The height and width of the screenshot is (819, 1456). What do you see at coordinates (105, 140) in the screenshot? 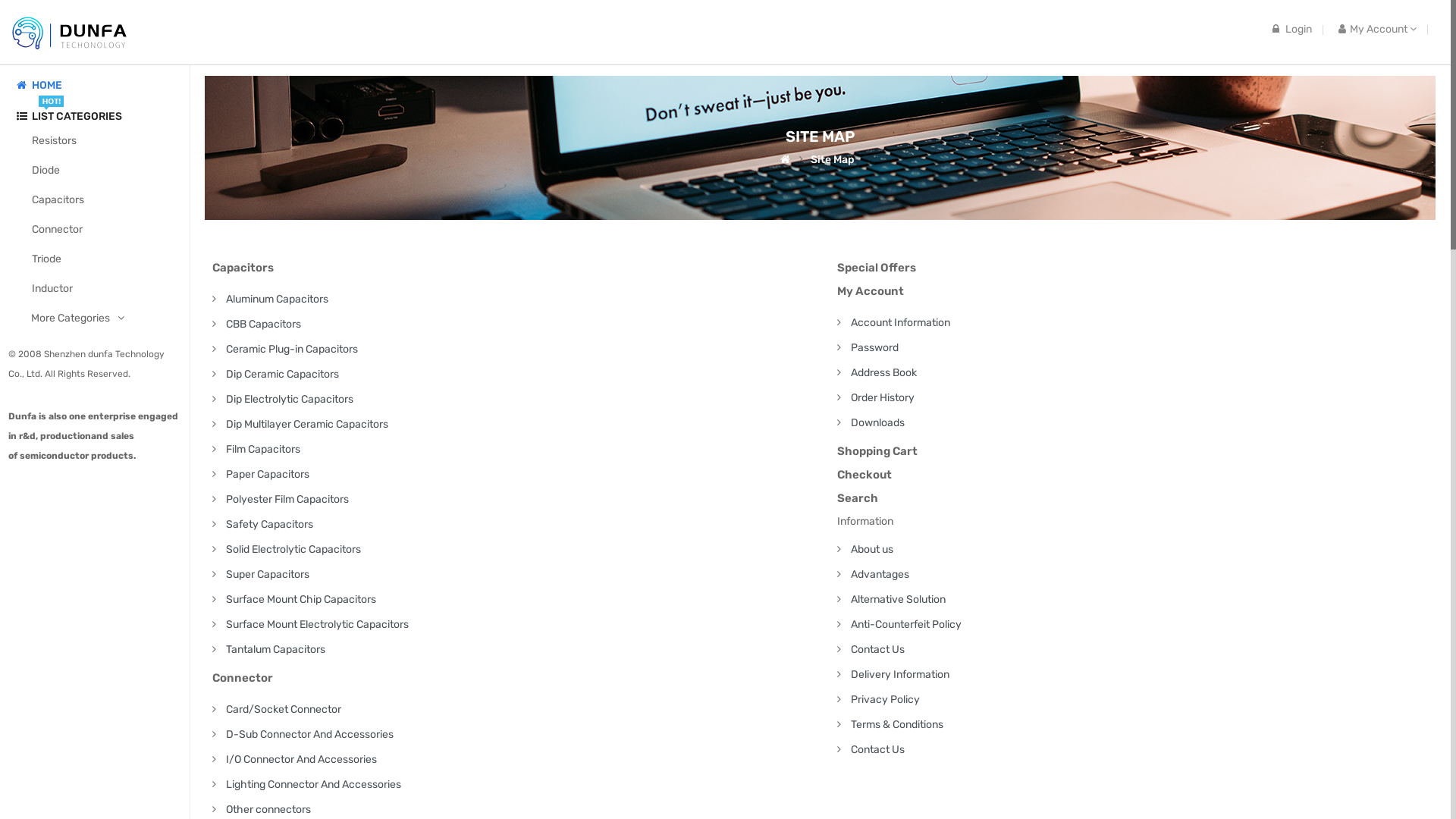
I see `'Resistors'` at bounding box center [105, 140].